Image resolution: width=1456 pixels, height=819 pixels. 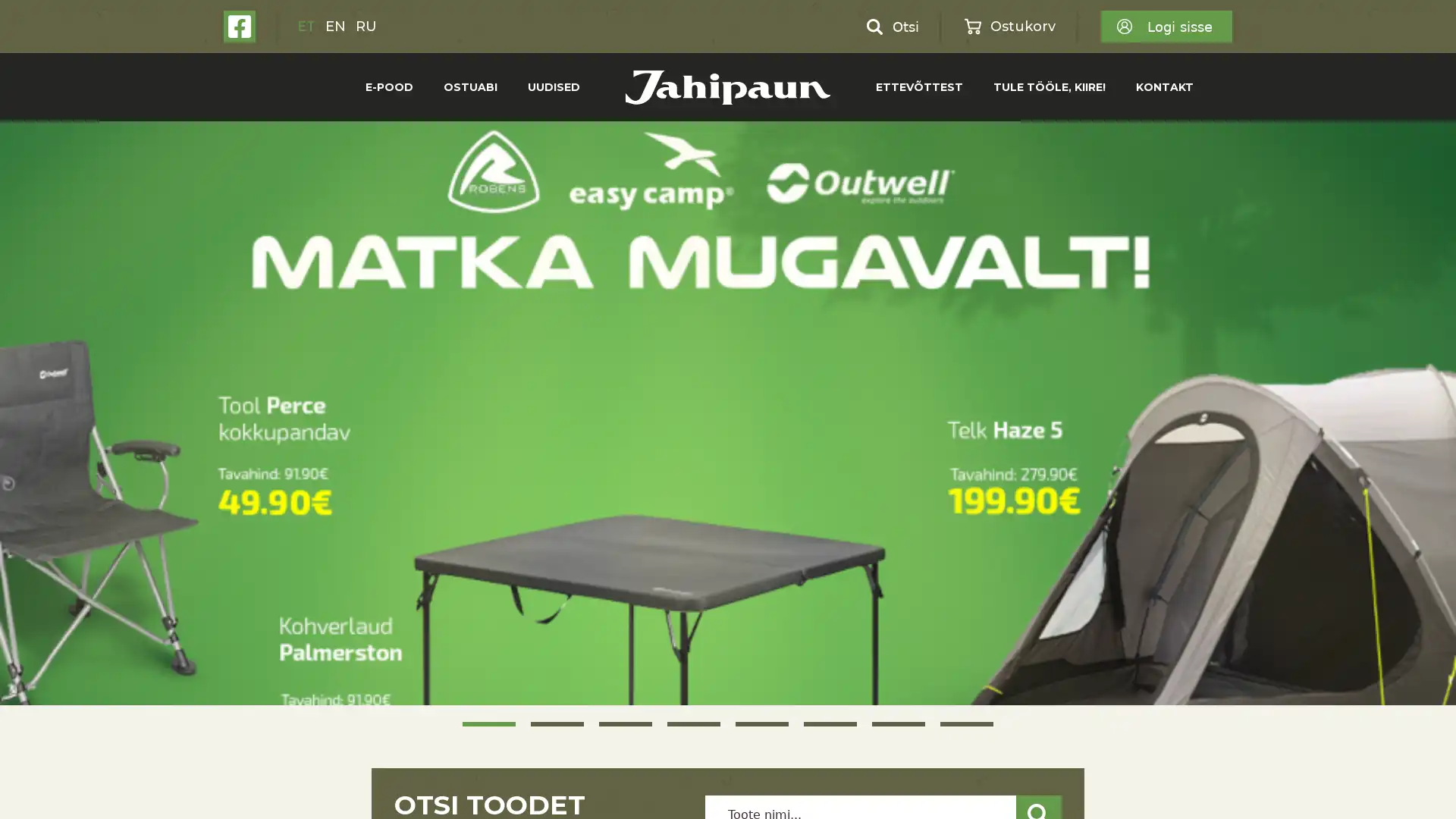 What do you see at coordinates (1166, 26) in the screenshot?
I see `Logi sisse` at bounding box center [1166, 26].